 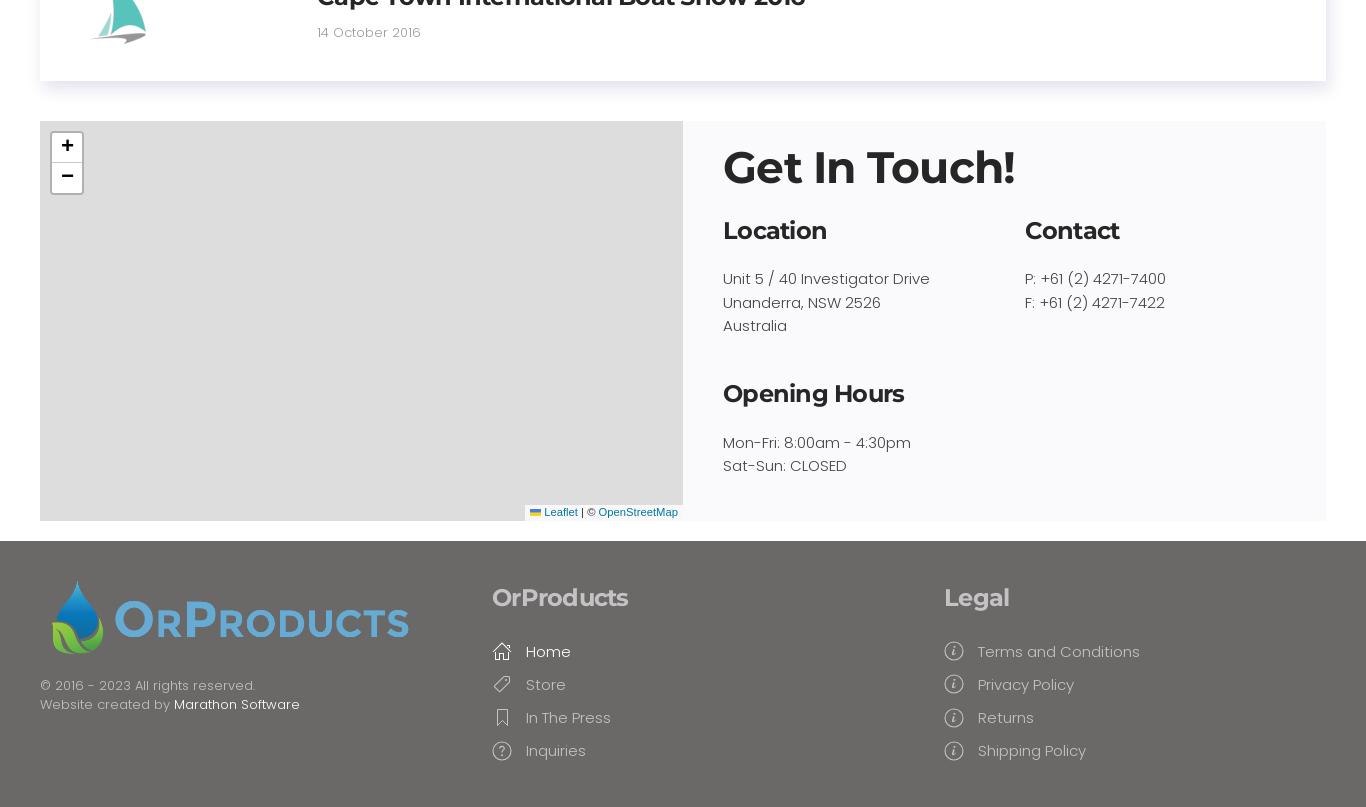 What do you see at coordinates (1023, 277) in the screenshot?
I see `'P: +61 (2) 4271-7400'` at bounding box center [1023, 277].